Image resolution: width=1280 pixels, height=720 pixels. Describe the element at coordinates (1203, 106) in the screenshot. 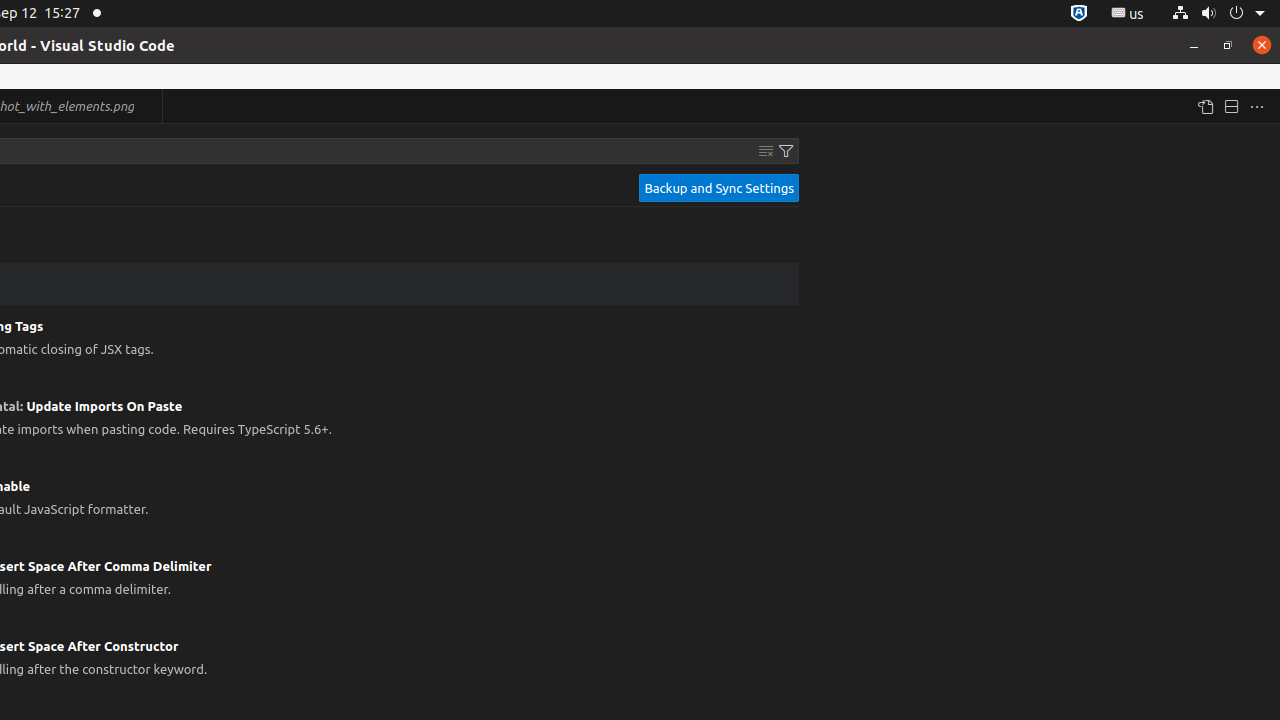

I see `'Open Settings (JSON)'` at that location.